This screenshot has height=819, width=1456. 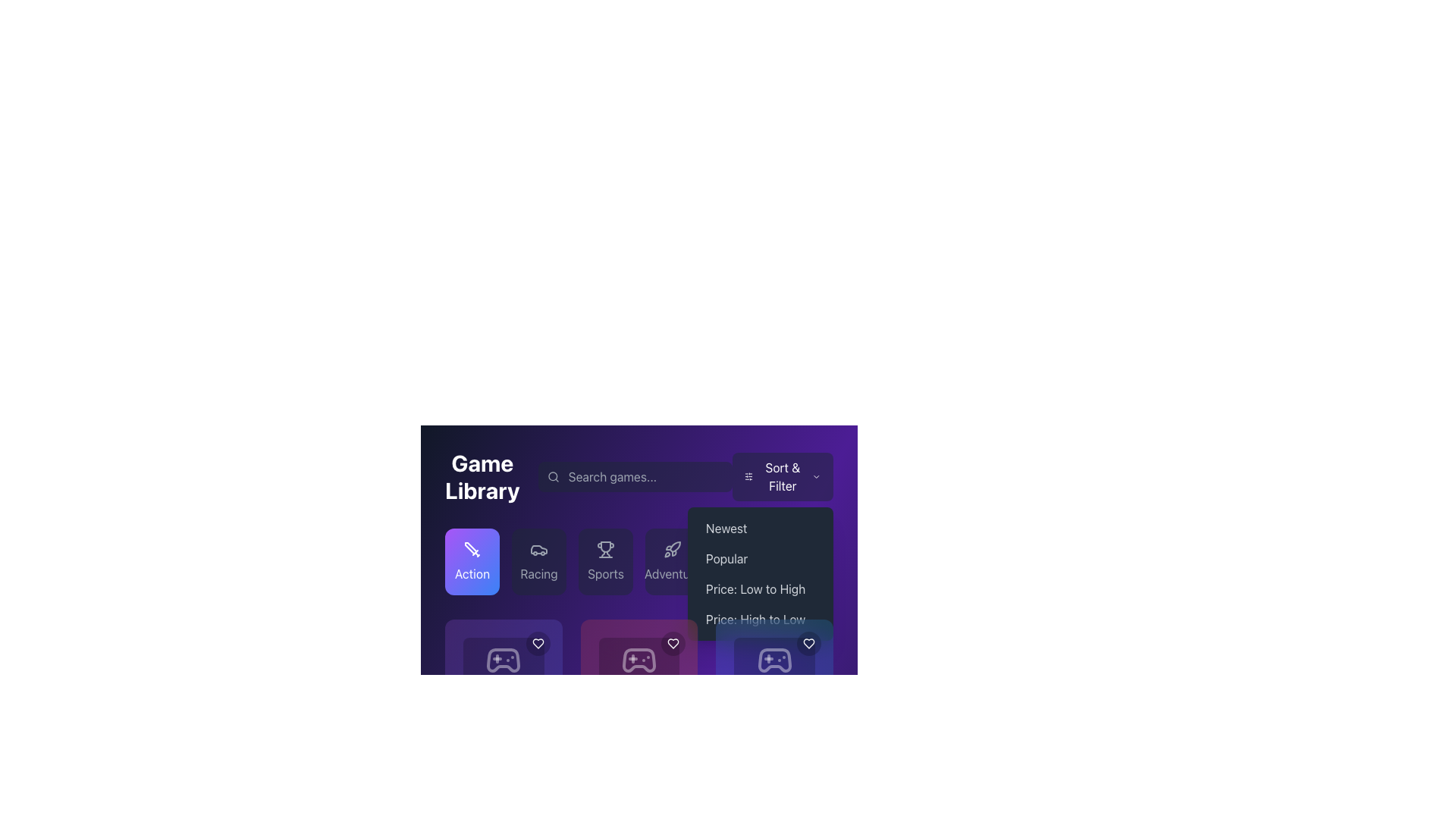 What do you see at coordinates (639, 660) in the screenshot?
I see `the game controller icon represented by a minimal outline with a cross-shaped d-pad and two circular buttons` at bounding box center [639, 660].